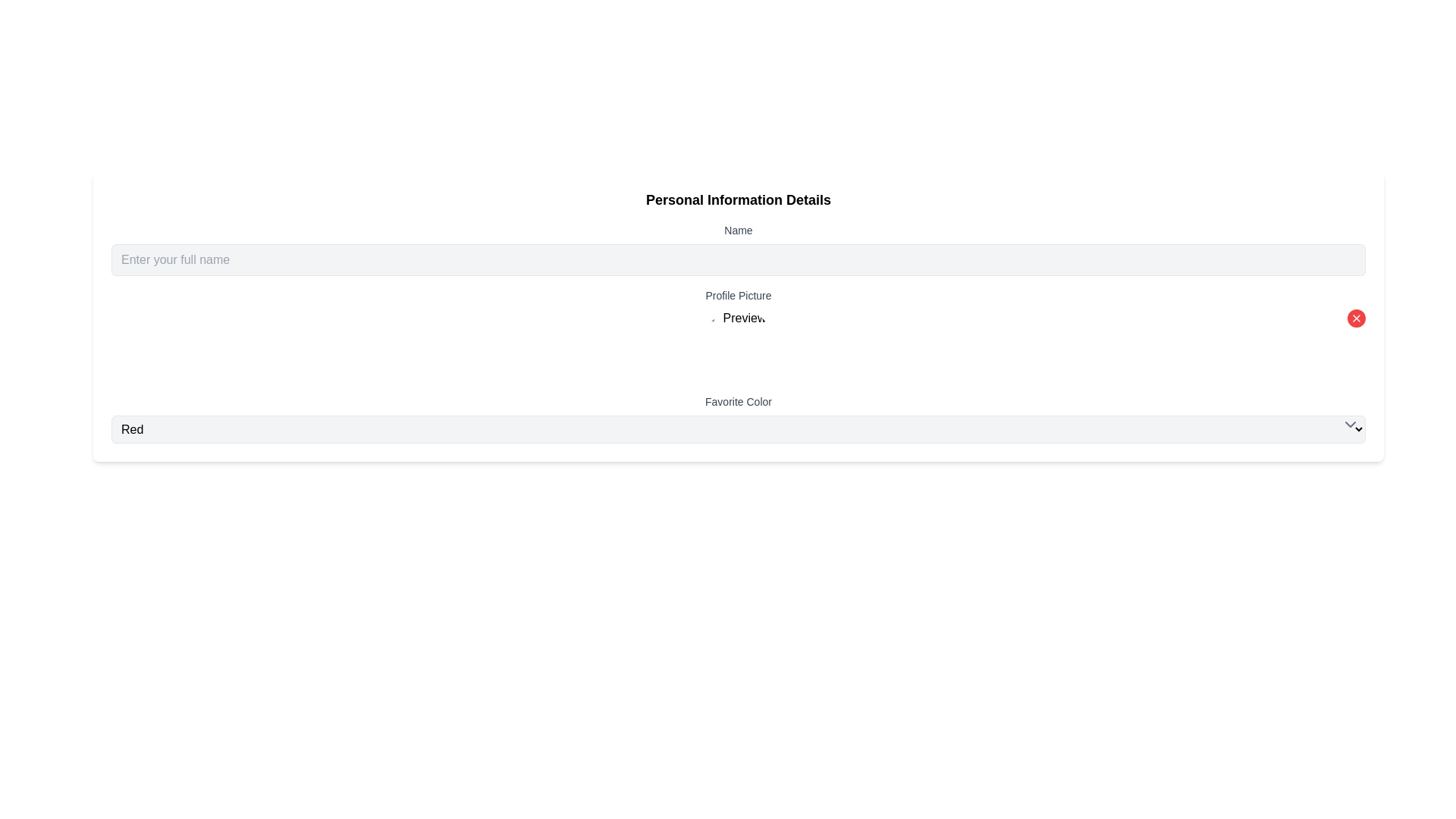 The image size is (1456, 819). I want to click on the chevron icon at the far-right end of the 'Favorite Color' dropdown menu to trigger any potential hover effects, so click(1350, 424).